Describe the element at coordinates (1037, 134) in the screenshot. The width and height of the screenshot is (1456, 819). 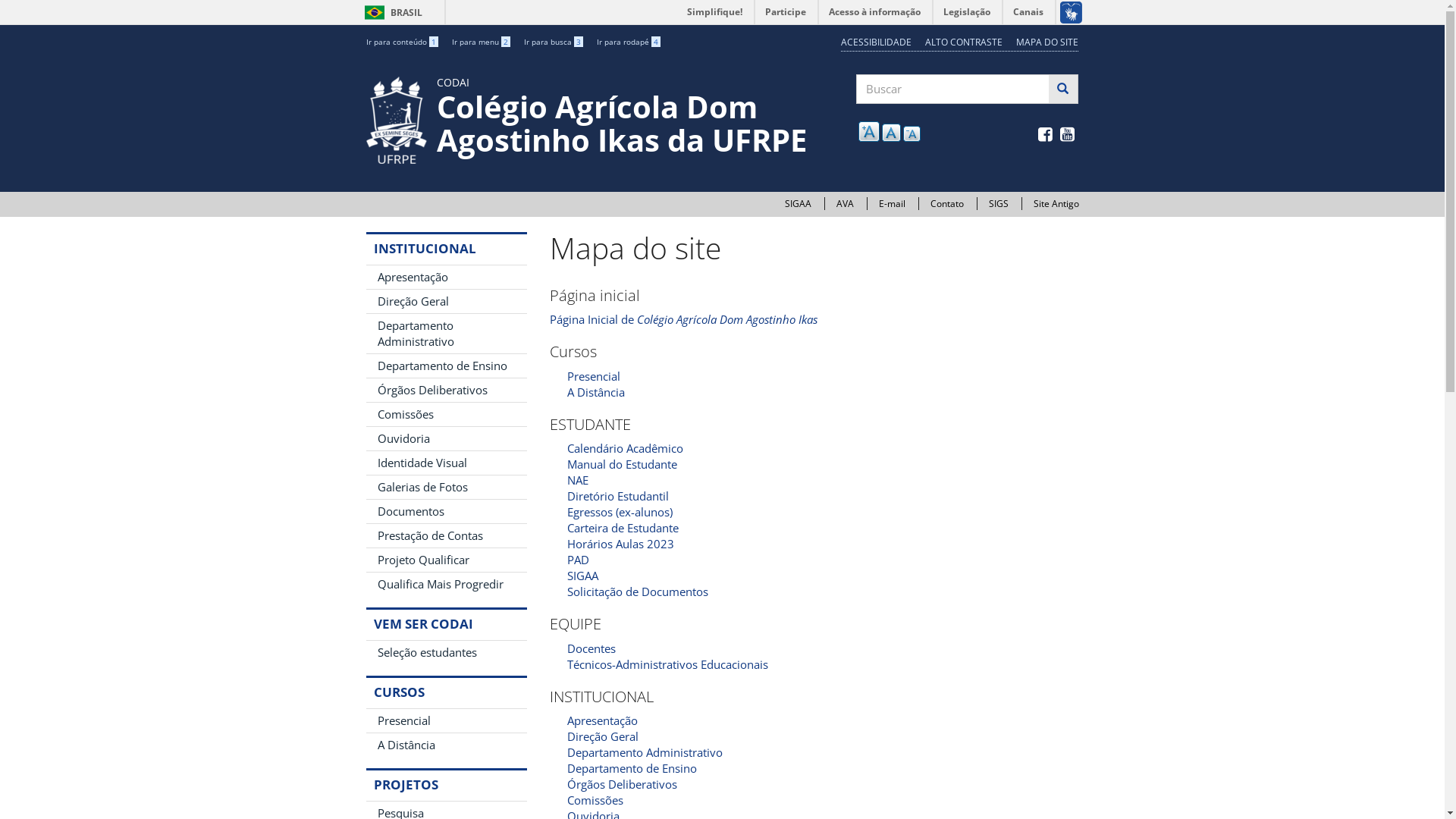
I see `' '` at that location.